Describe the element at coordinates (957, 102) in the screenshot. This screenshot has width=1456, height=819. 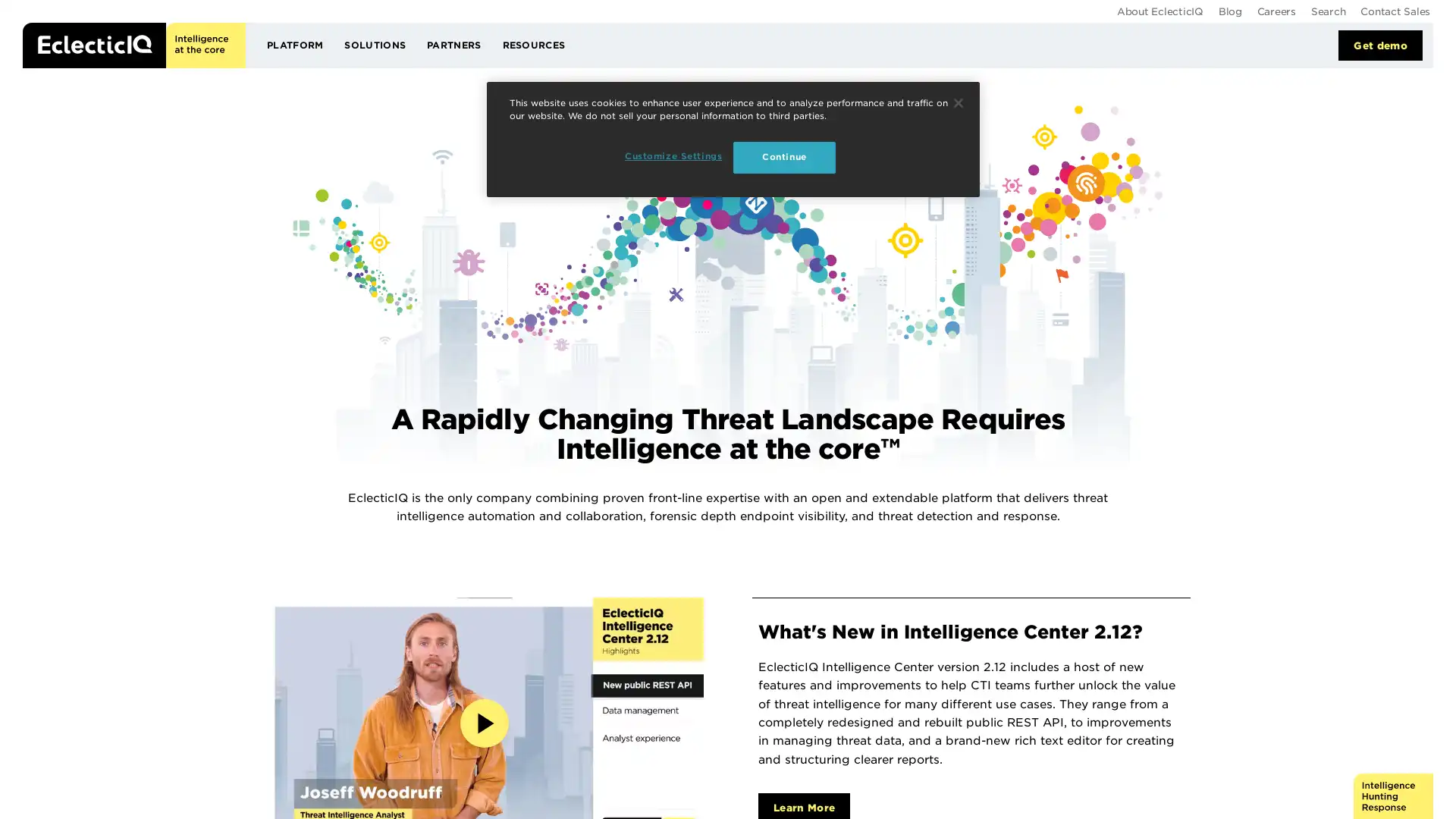
I see `Continue` at that location.